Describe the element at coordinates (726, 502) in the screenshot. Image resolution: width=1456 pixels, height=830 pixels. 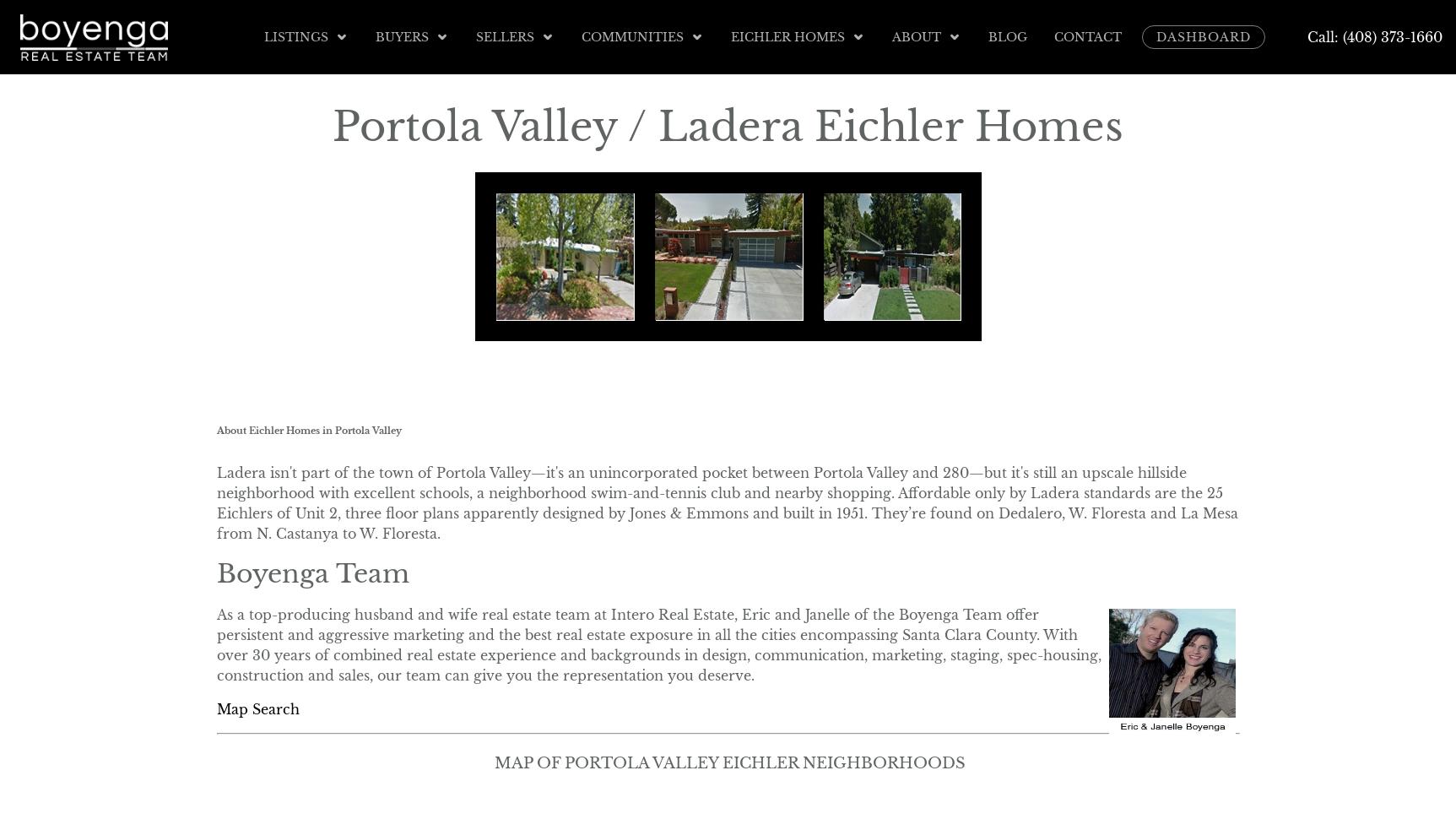
I see `'Ladera isn't part of the town of Portola Valley—it's an unincorporated pocket between Portola Valley and 280—but it's still an upscale hillside neighborhood with excellent schools, a neighborhood swim-and-tennis club and nearby shopping.  Affordable only by Ladera standards are the 25 Eichlers of Unit 2, three floor plans apparently designed by Jones & Emmons and built in 1951.  They’re found on Dedalero, W. Floresta and La Mesa from N. Castanya to W. Floresta.'` at that location.